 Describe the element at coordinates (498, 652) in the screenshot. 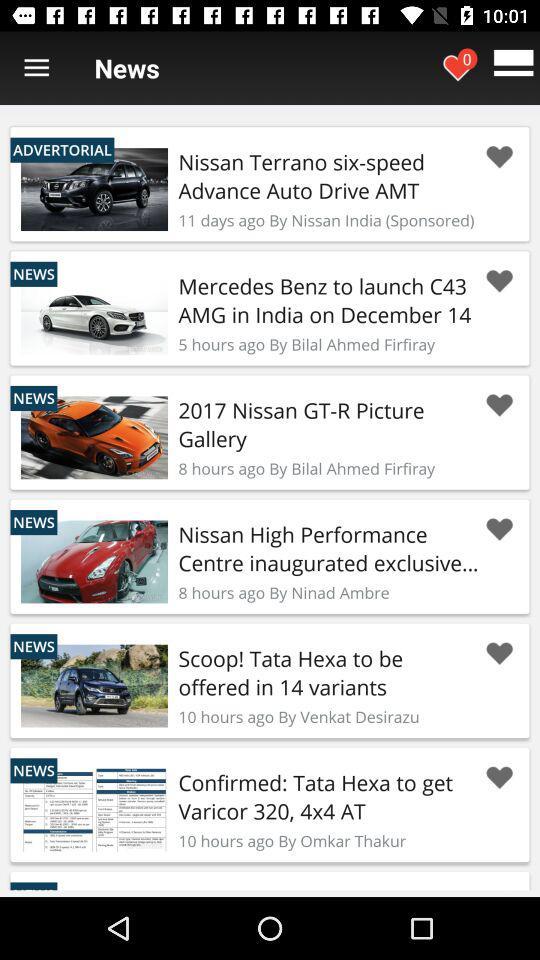

I see `news` at that location.